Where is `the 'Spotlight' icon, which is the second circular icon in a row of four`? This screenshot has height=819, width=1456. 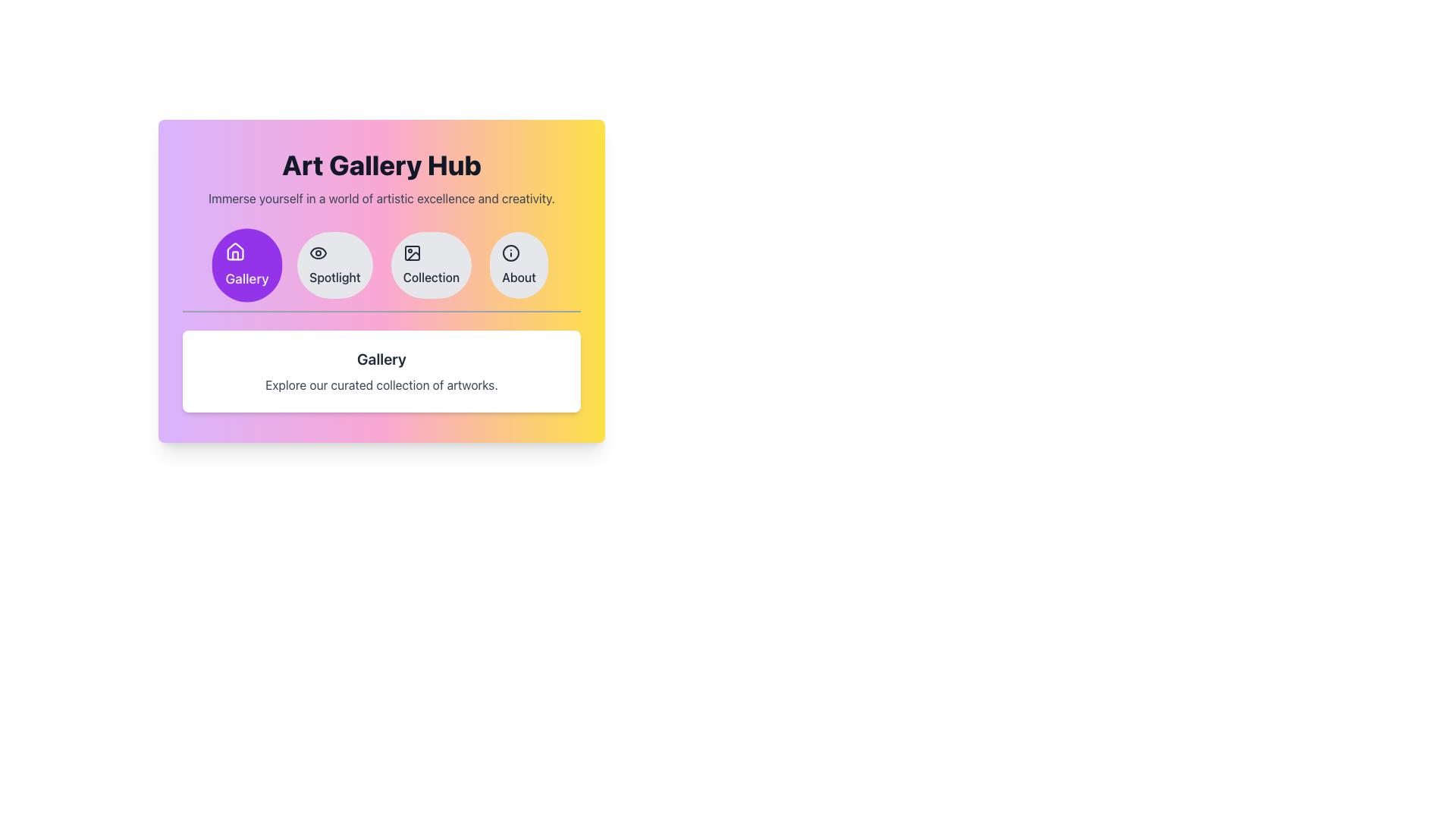
the 'Spotlight' icon, which is the second circular icon in a row of four is located at coordinates (318, 253).